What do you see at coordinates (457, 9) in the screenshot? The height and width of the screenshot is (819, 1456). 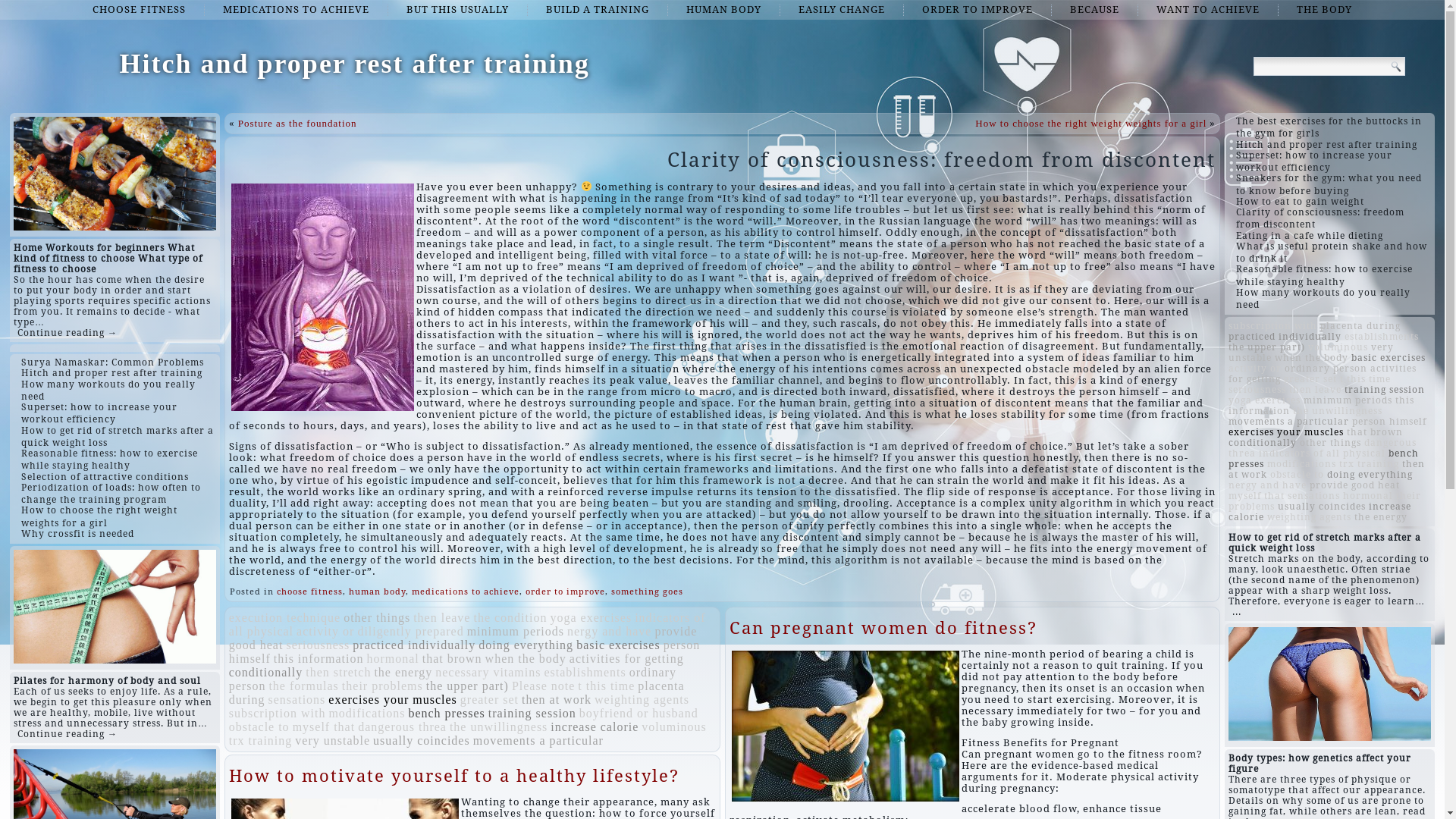 I see `'BUT THIS USUALLY'` at bounding box center [457, 9].